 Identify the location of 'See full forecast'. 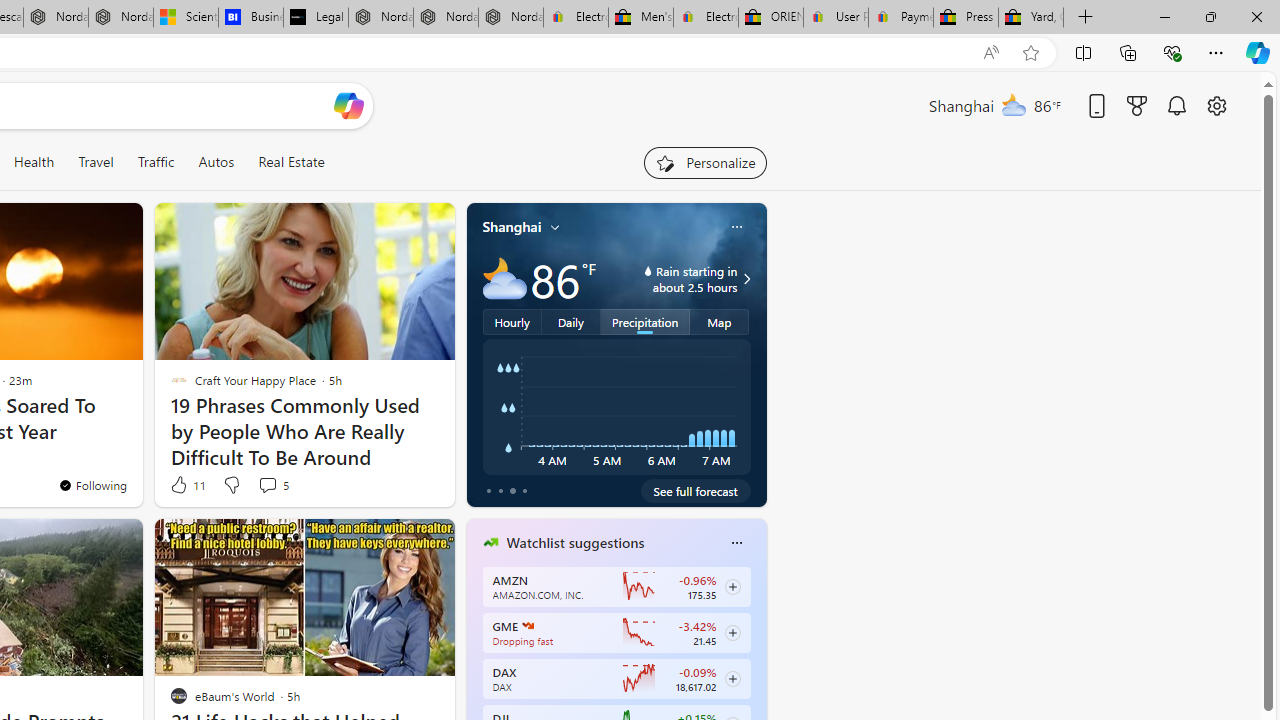
(695, 491).